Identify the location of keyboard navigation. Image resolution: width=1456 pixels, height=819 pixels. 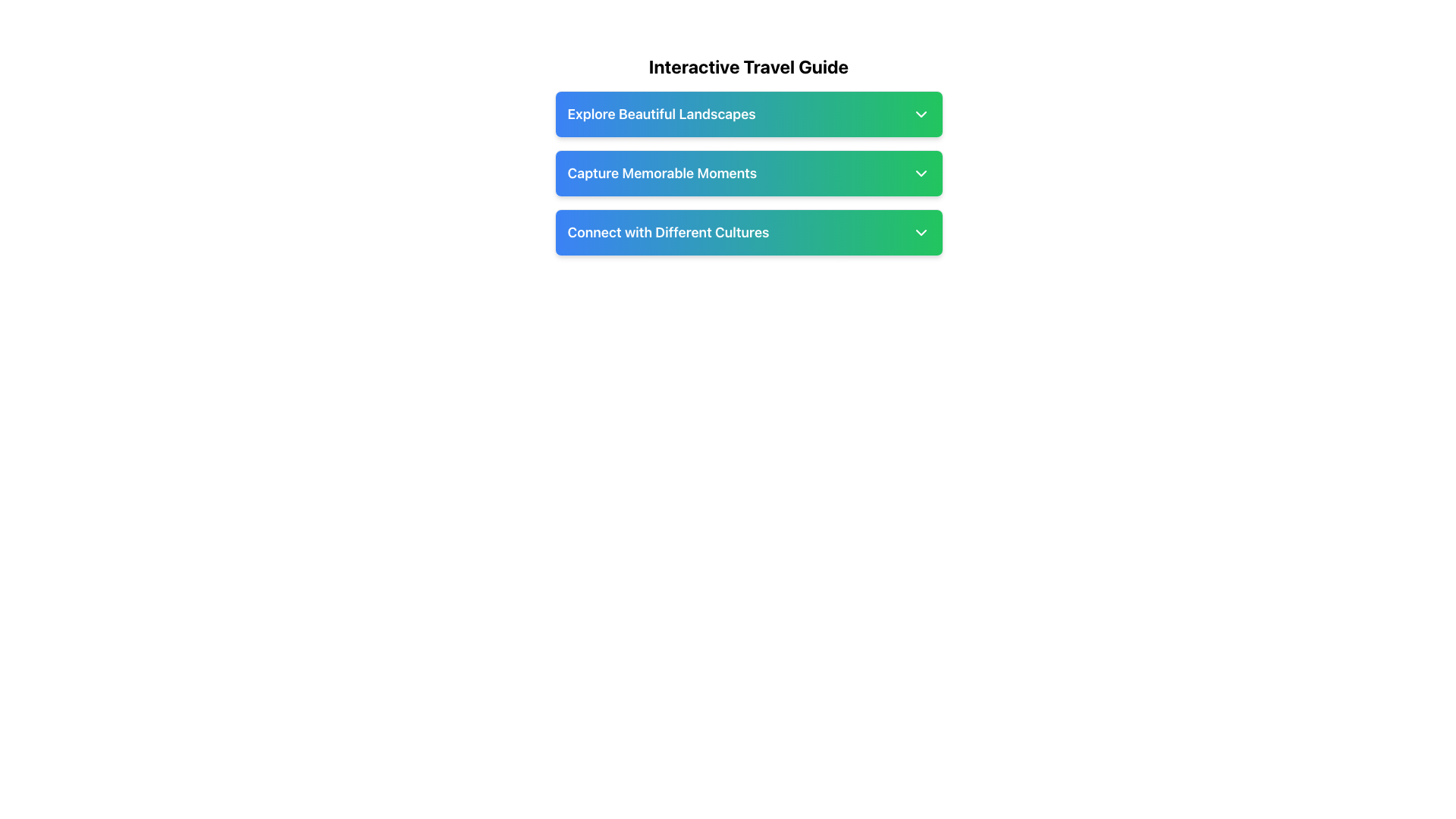
(748, 172).